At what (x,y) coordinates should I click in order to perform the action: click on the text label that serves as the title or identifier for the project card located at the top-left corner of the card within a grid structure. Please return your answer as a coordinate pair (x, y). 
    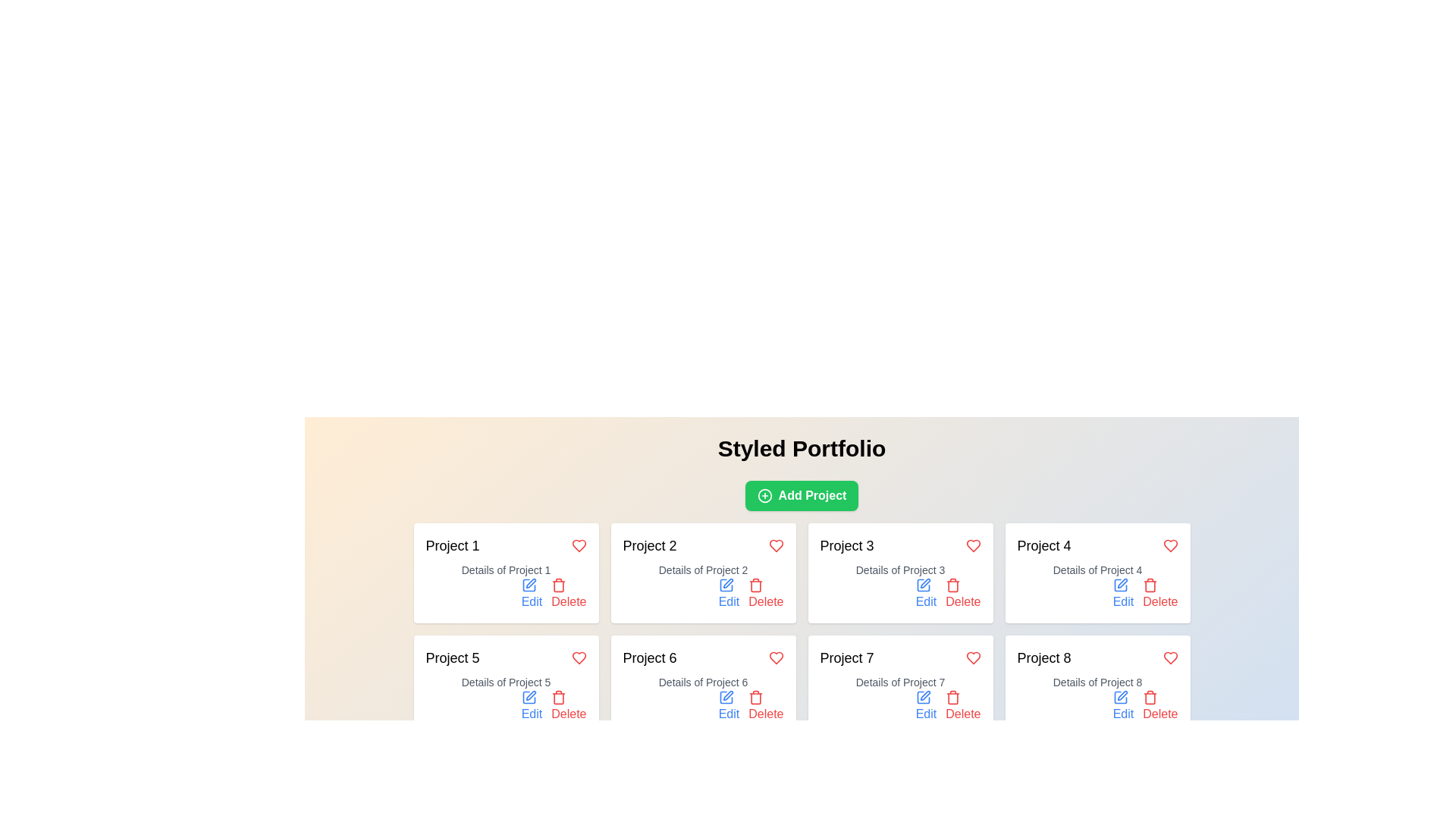
    Looking at the image, I should click on (451, 546).